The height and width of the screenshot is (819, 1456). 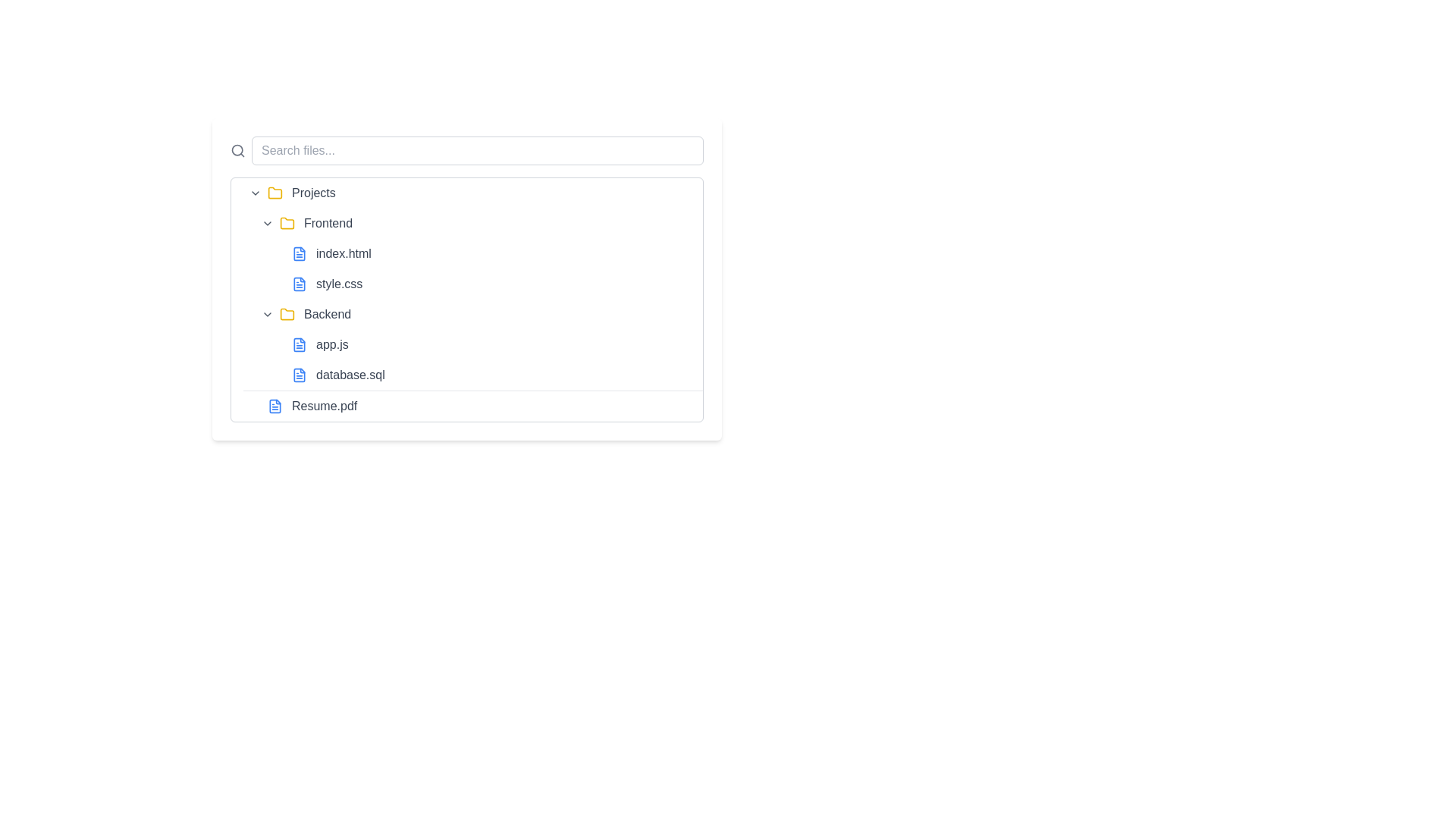 I want to click on to select the file entry labeled 'style.css' in the list of files within the 'Frontend' folder, so click(x=338, y=284).